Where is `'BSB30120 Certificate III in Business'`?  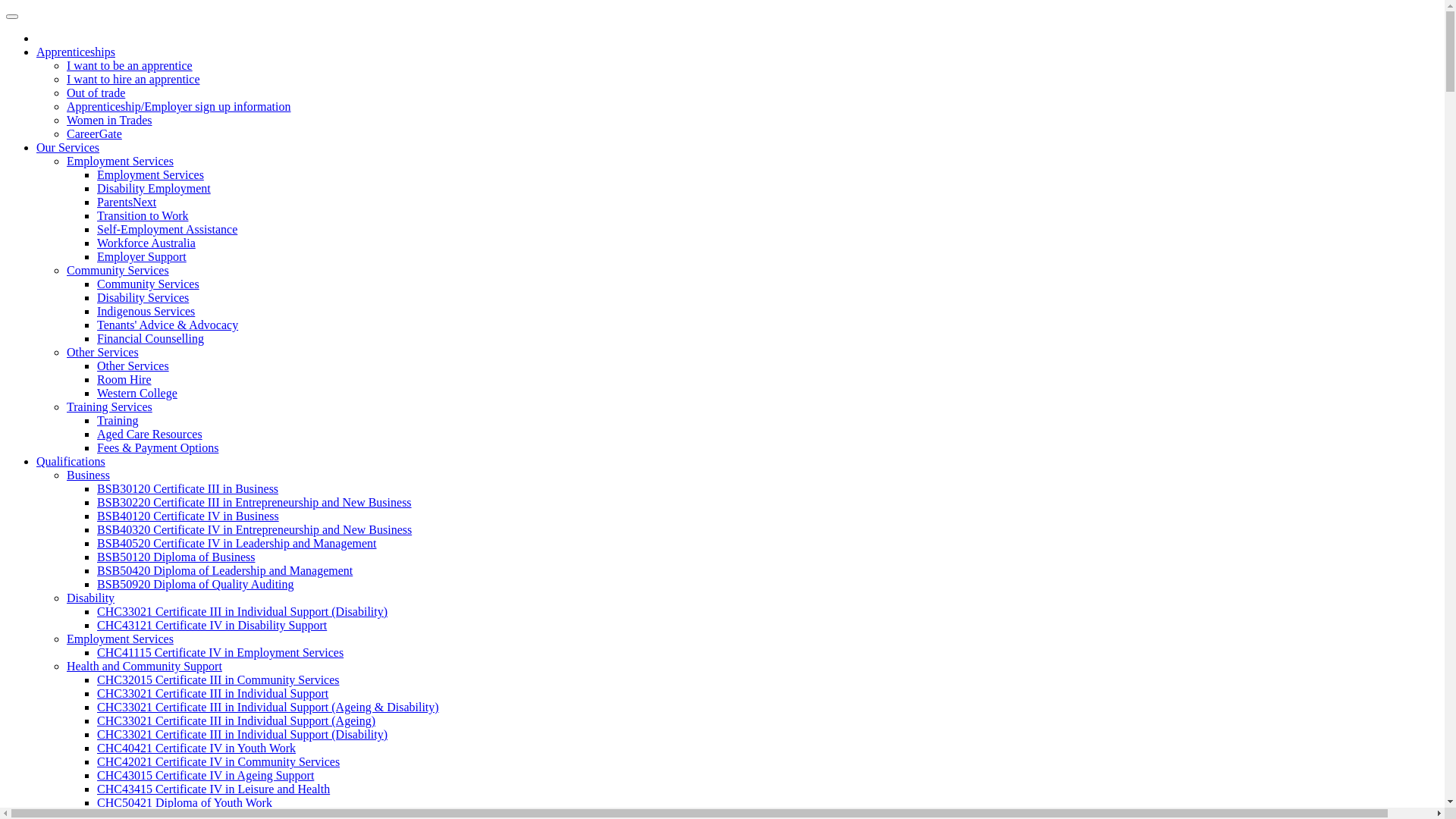 'BSB30120 Certificate III in Business' is located at coordinates (187, 488).